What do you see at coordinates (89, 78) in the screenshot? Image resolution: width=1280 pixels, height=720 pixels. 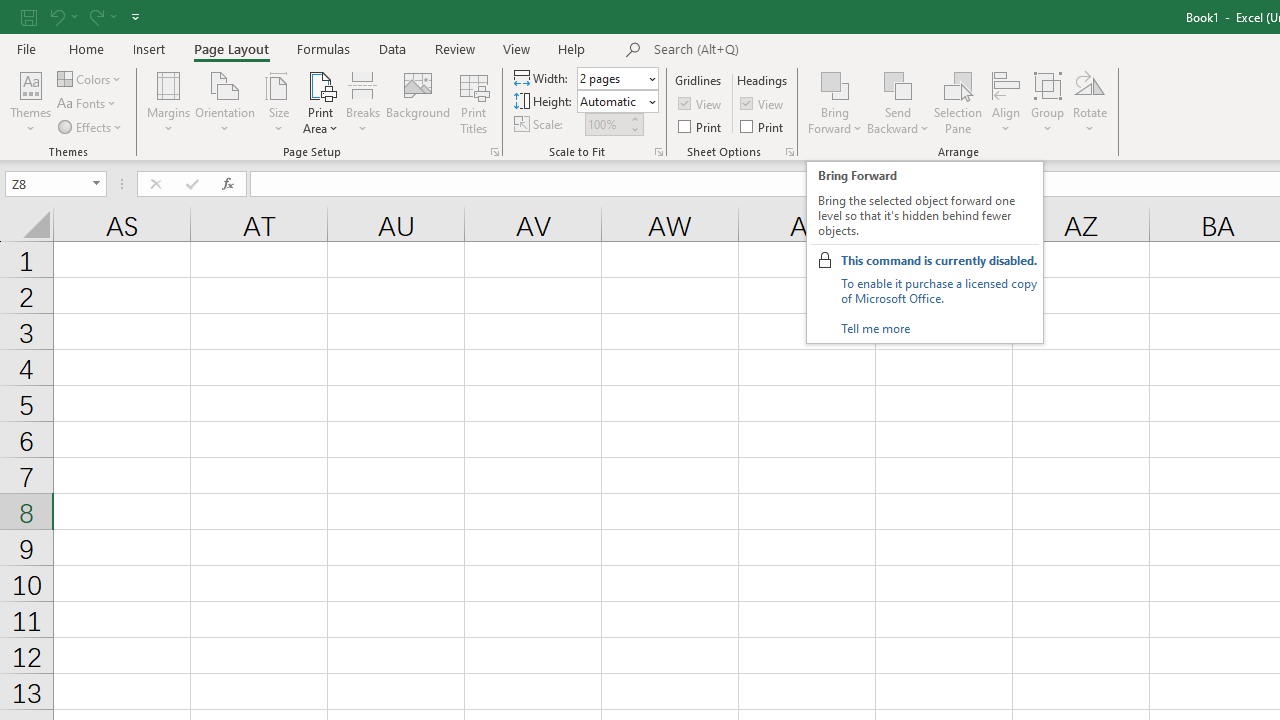 I see `'Colors'` at bounding box center [89, 78].